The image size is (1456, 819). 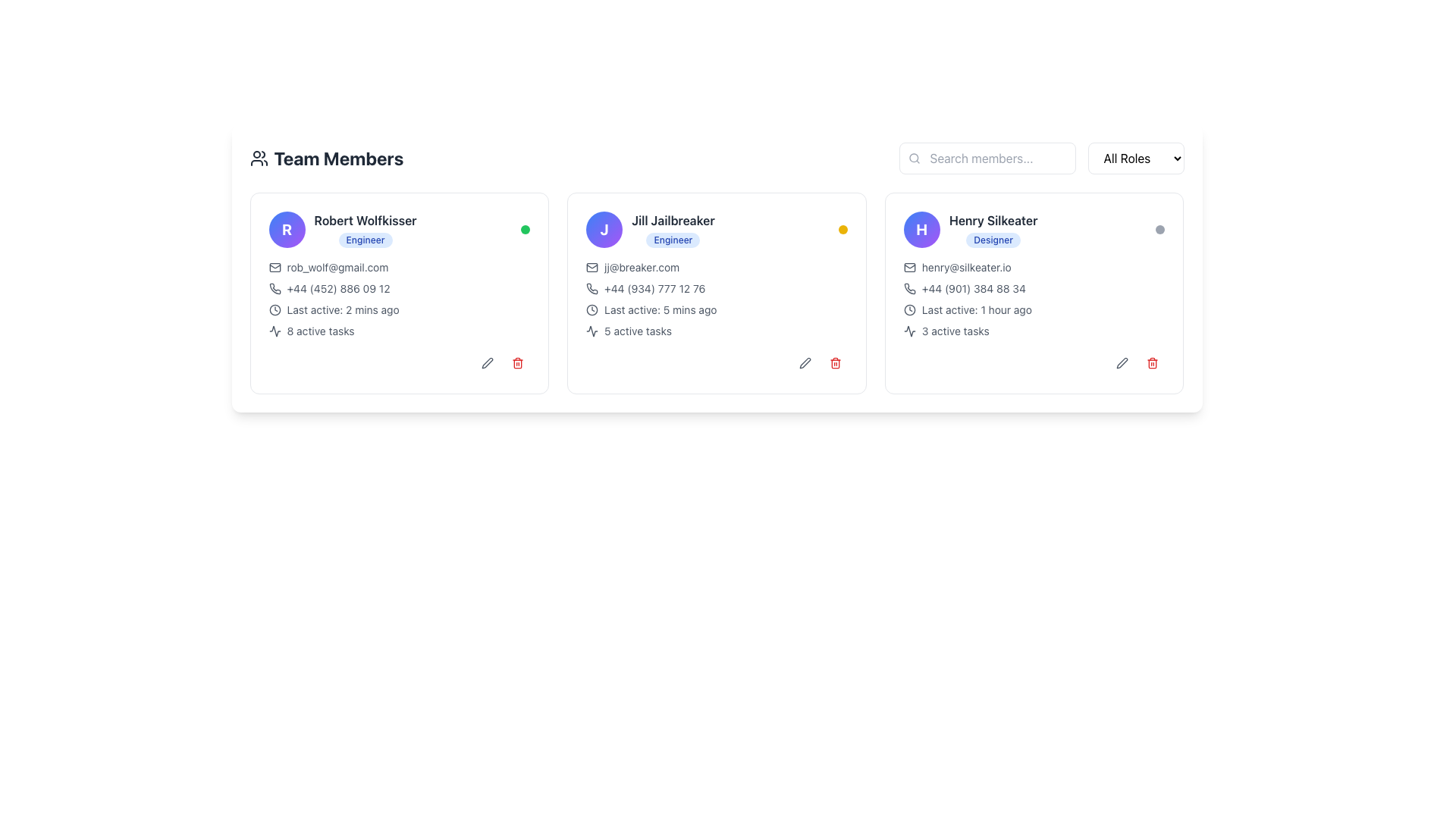 What do you see at coordinates (342, 309) in the screenshot?
I see `status from the text label displaying 'Last active: 2 mins ago' located in the first card under the heading 'Team Members', positioned below the user's name and email` at bounding box center [342, 309].